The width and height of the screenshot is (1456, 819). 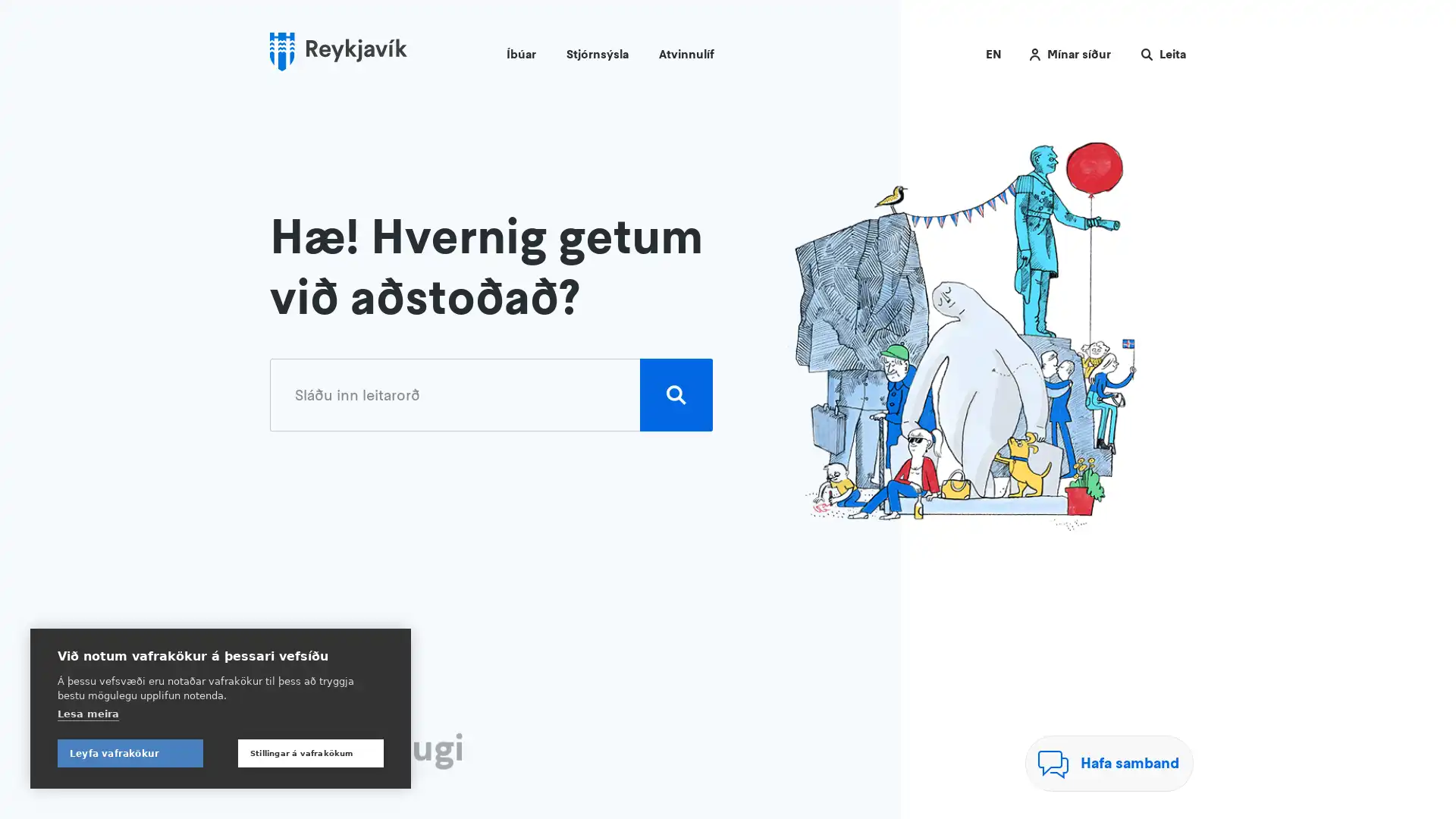 What do you see at coordinates (130, 753) in the screenshot?
I see `Leyfa vafrakokur` at bounding box center [130, 753].